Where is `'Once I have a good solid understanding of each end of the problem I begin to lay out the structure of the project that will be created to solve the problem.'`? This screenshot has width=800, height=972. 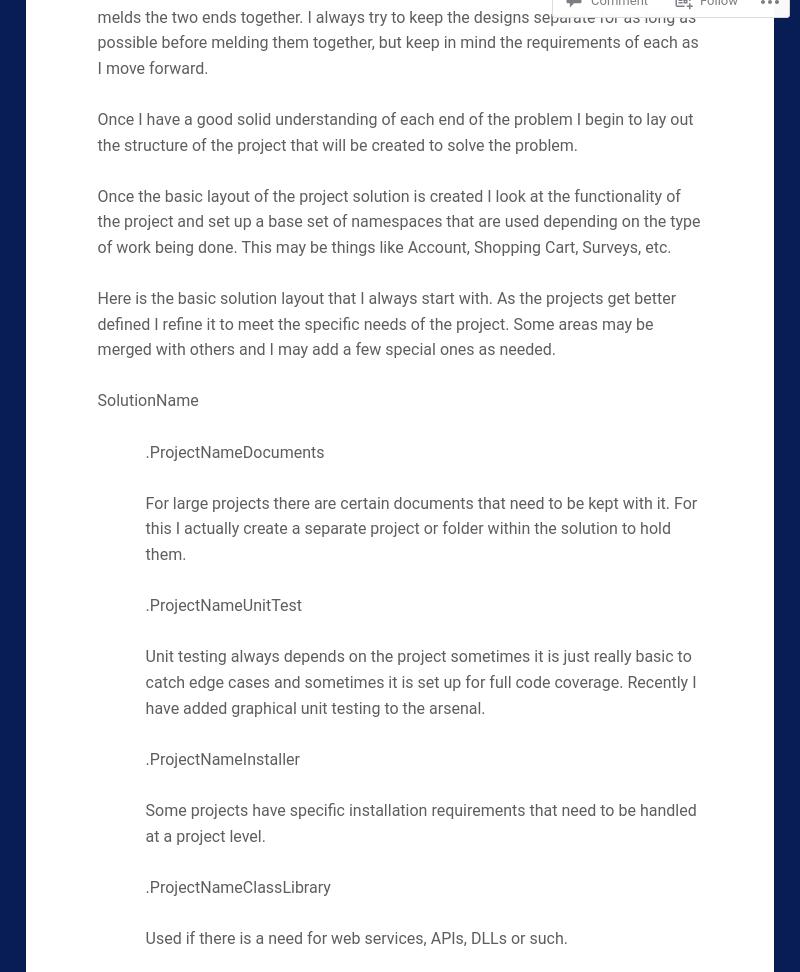 'Once I have a good solid understanding of each end of the problem I begin to lay out the structure of the project that will be created to solve the problem.' is located at coordinates (393, 131).